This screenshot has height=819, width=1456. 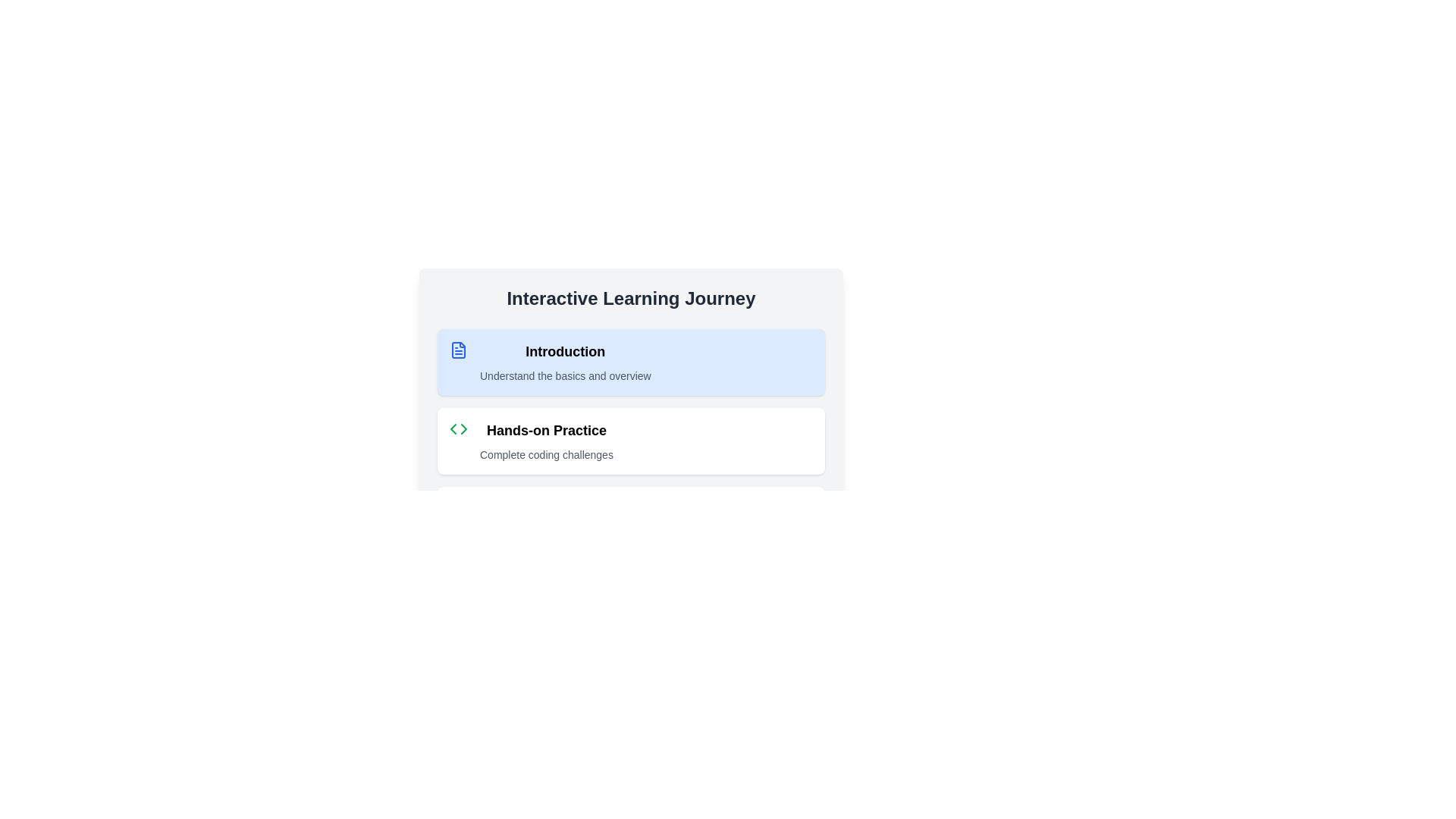 I want to click on the green code symbol icon located in the 'Hands-on Practice' entry under the 'Interactive Learning Journey' header for visual identification, so click(x=457, y=429).